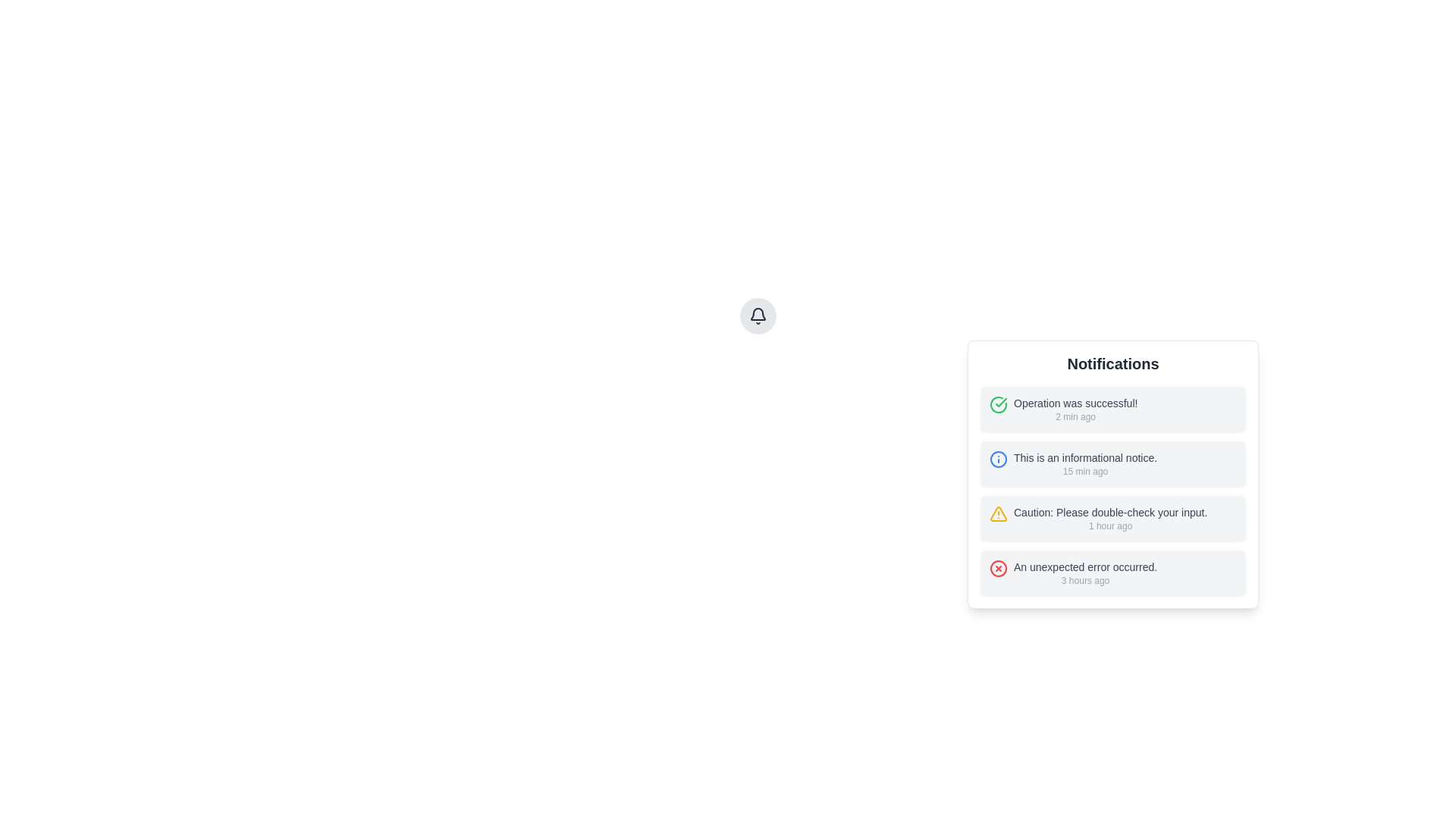 The height and width of the screenshot is (819, 1456). I want to click on the warning indicator icon located at the left side of the notification text in the bottom-right section of the interface, so click(998, 513).